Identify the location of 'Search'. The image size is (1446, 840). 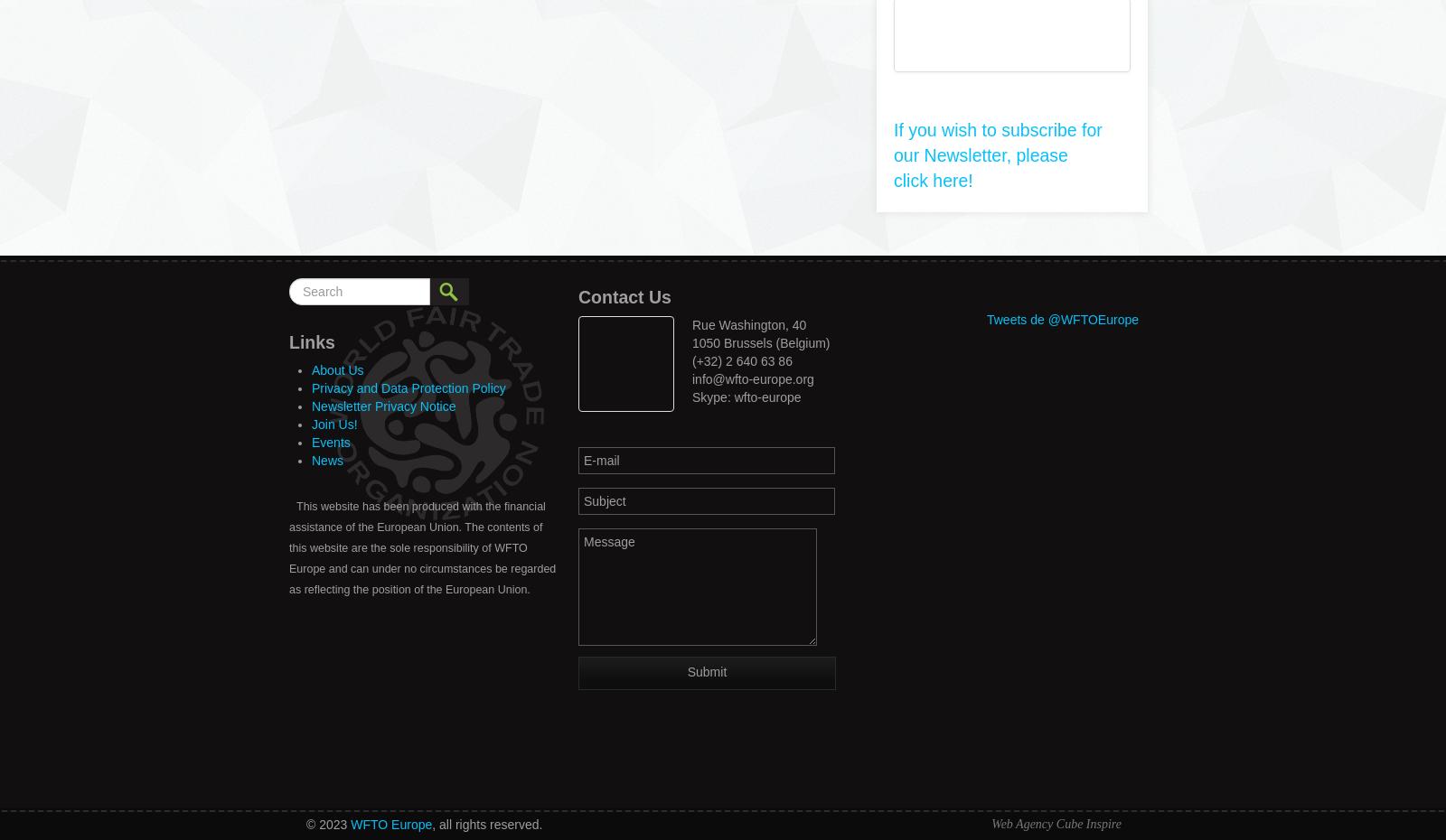
(308, 285).